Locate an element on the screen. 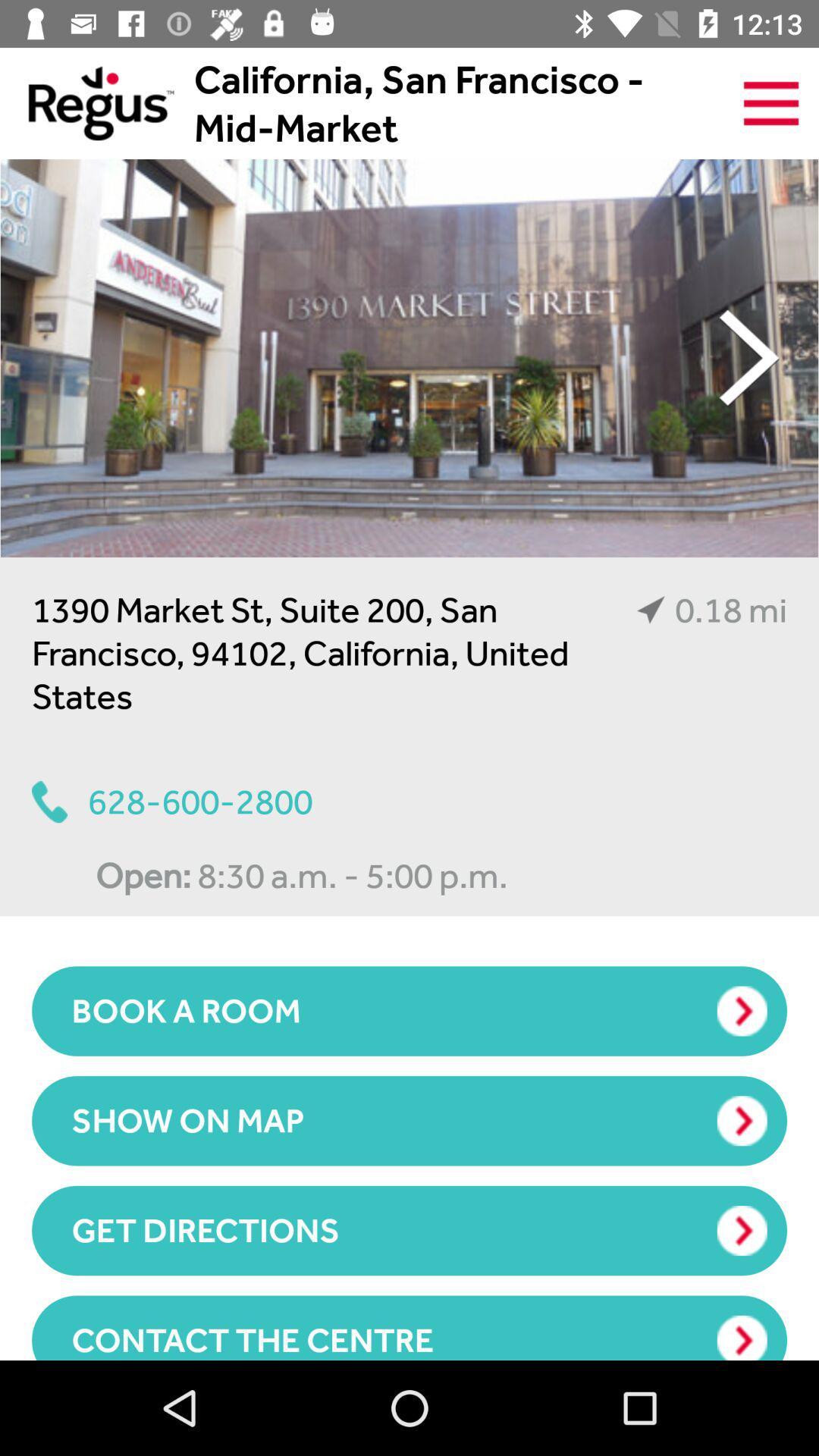  the icon to the right of the california san francisco item is located at coordinates (771, 102).